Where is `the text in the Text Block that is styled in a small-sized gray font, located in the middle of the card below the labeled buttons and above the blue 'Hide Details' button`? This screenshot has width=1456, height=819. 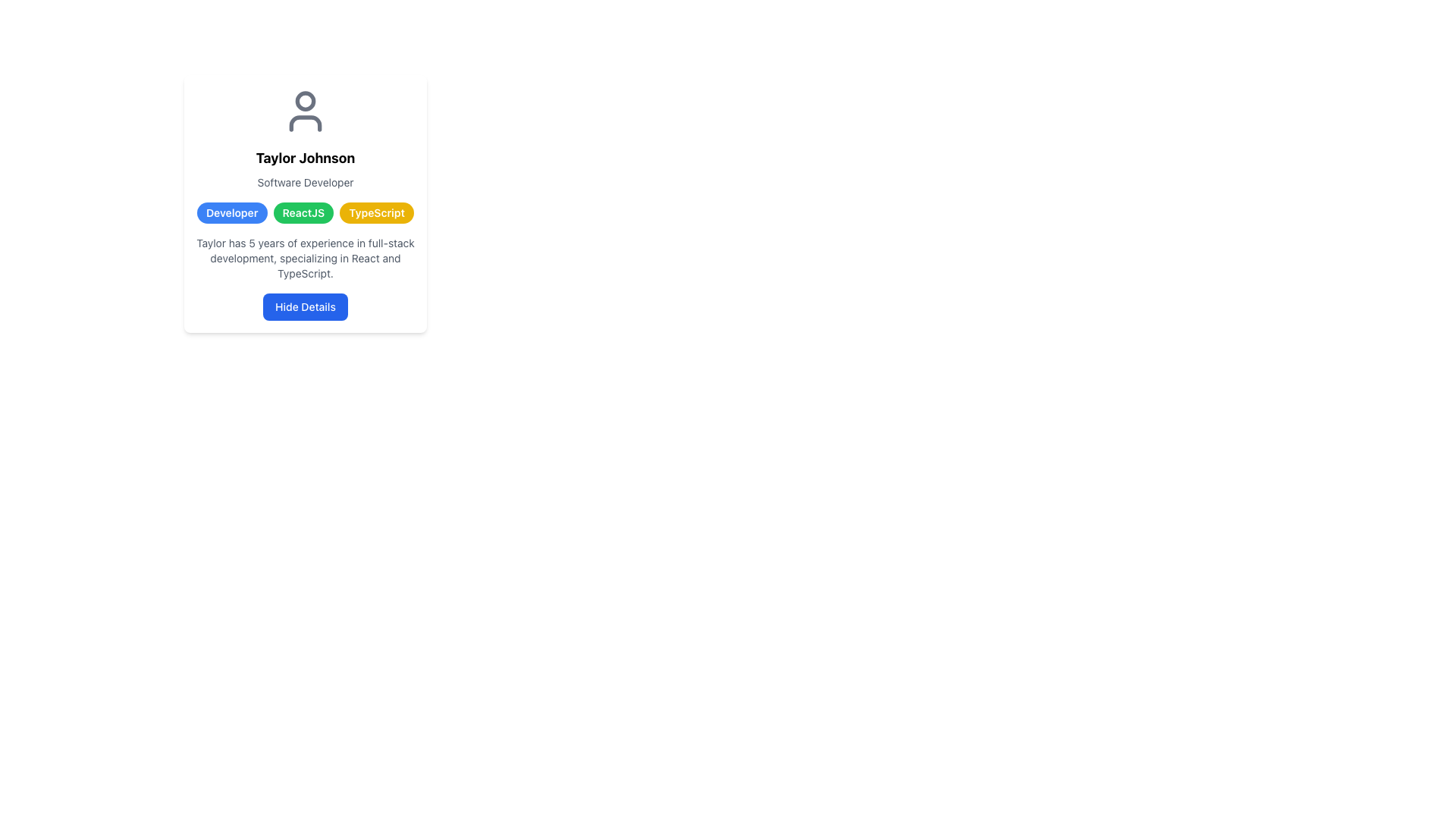
the text in the Text Block that is styled in a small-sized gray font, located in the middle of the card below the labeled buttons and above the blue 'Hide Details' button is located at coordinates (305, 257).